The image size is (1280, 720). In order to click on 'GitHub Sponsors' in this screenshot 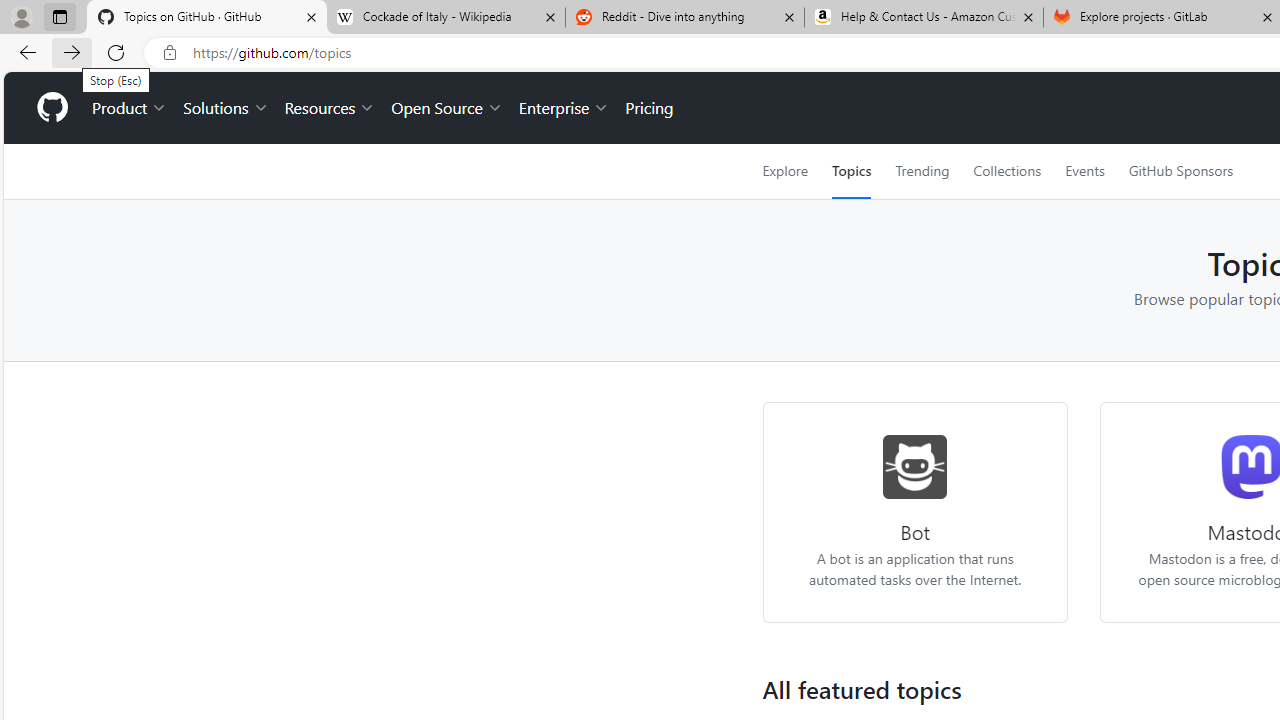, I will do `click(1180, 170)`.